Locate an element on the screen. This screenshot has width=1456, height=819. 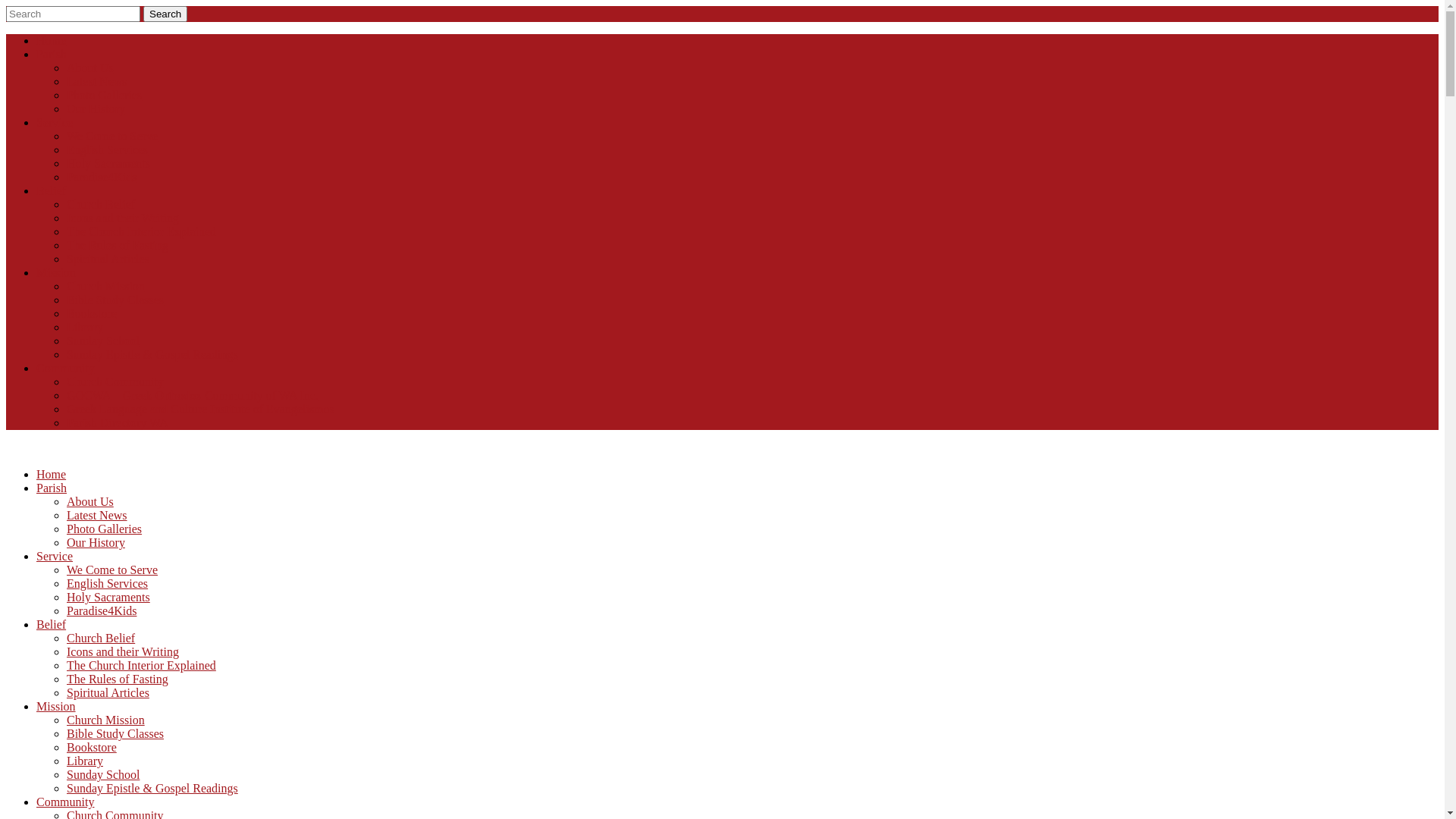
'Church Belief' is located at coordinates (100, 638).